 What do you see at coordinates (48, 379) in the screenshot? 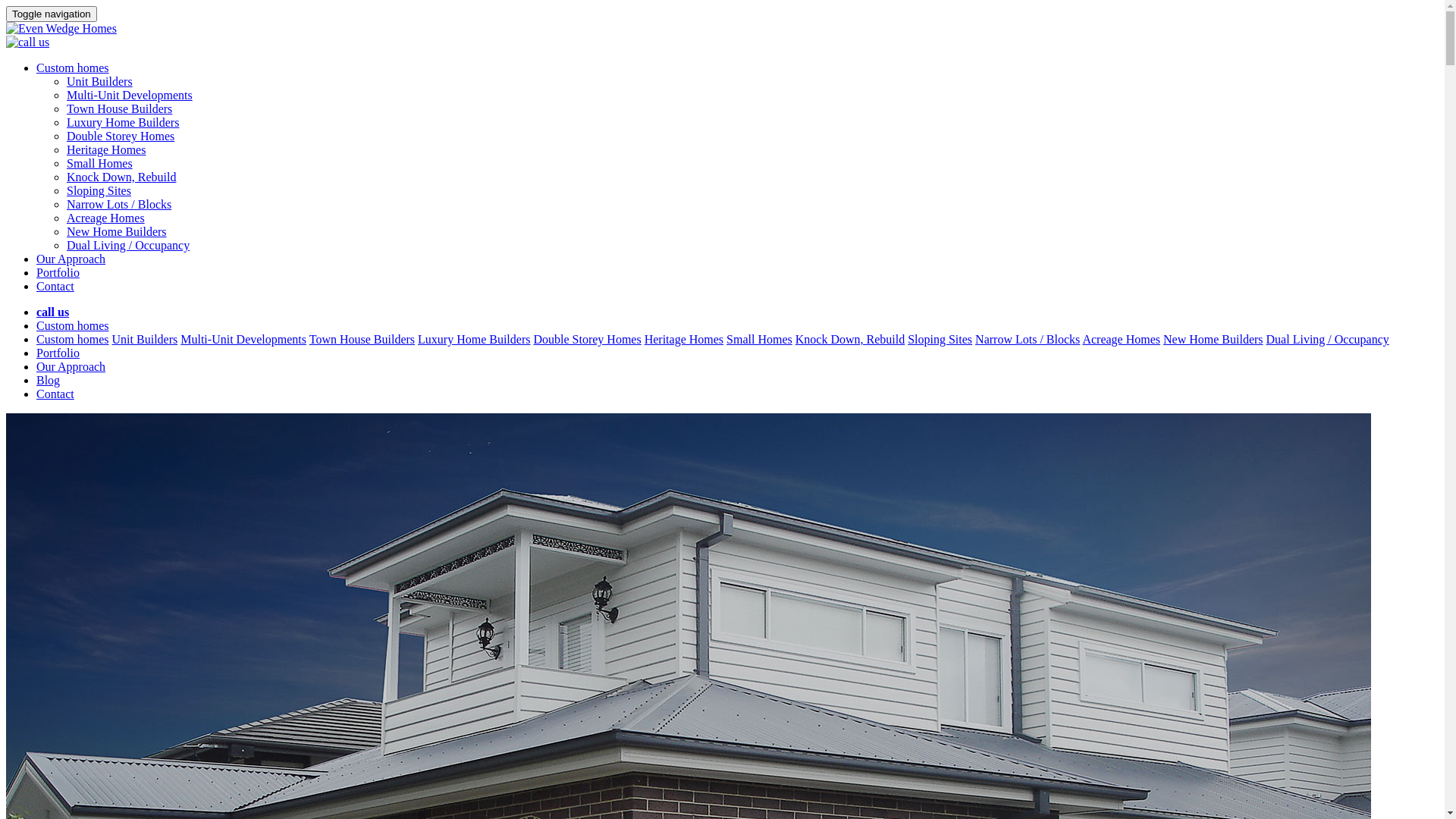
I see `'Blog'` at bounding box center [48, 379].